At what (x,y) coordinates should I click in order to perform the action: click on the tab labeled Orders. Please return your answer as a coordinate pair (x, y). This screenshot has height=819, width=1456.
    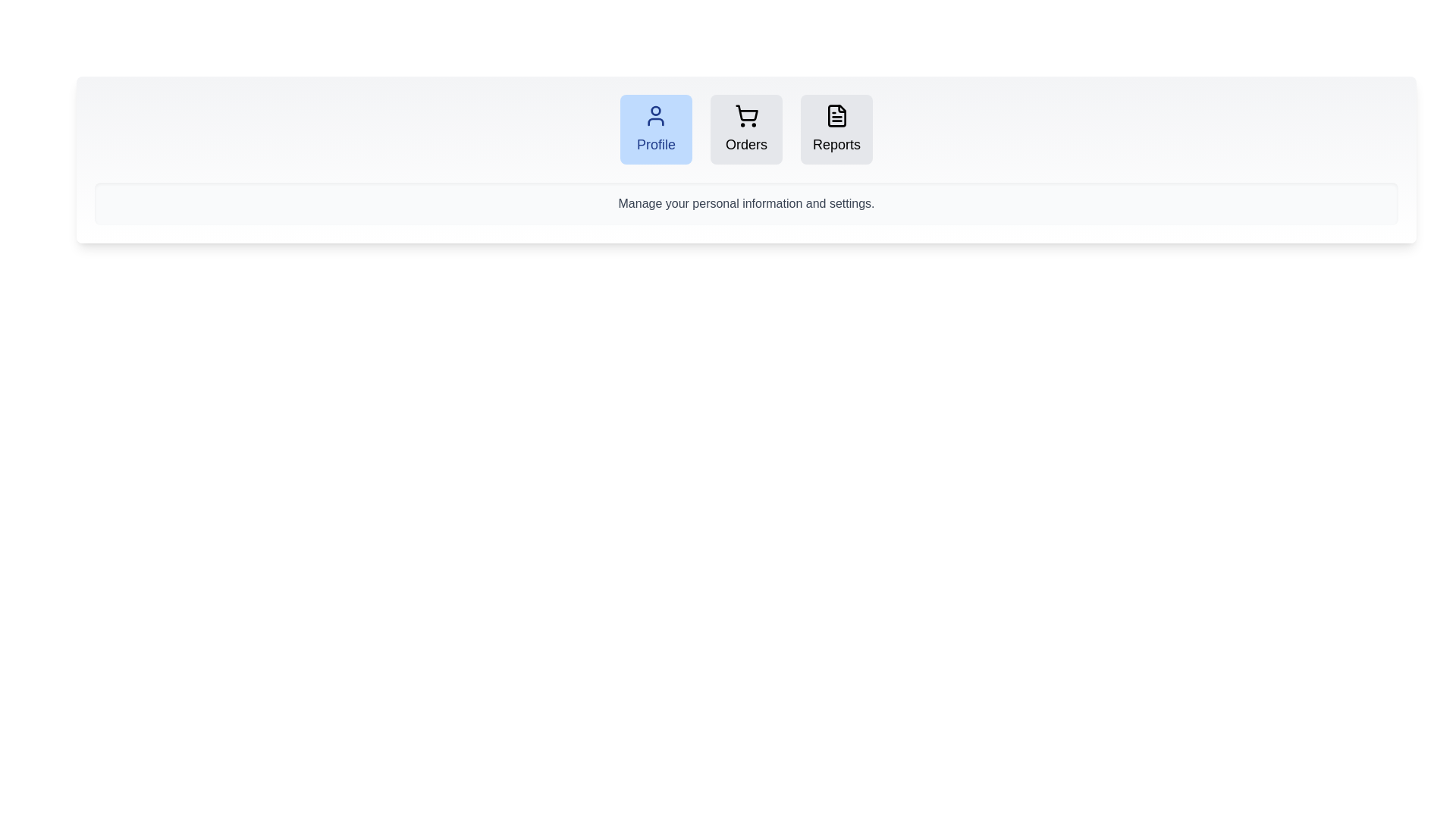
    Looking at the image, I should click on (746, 128).